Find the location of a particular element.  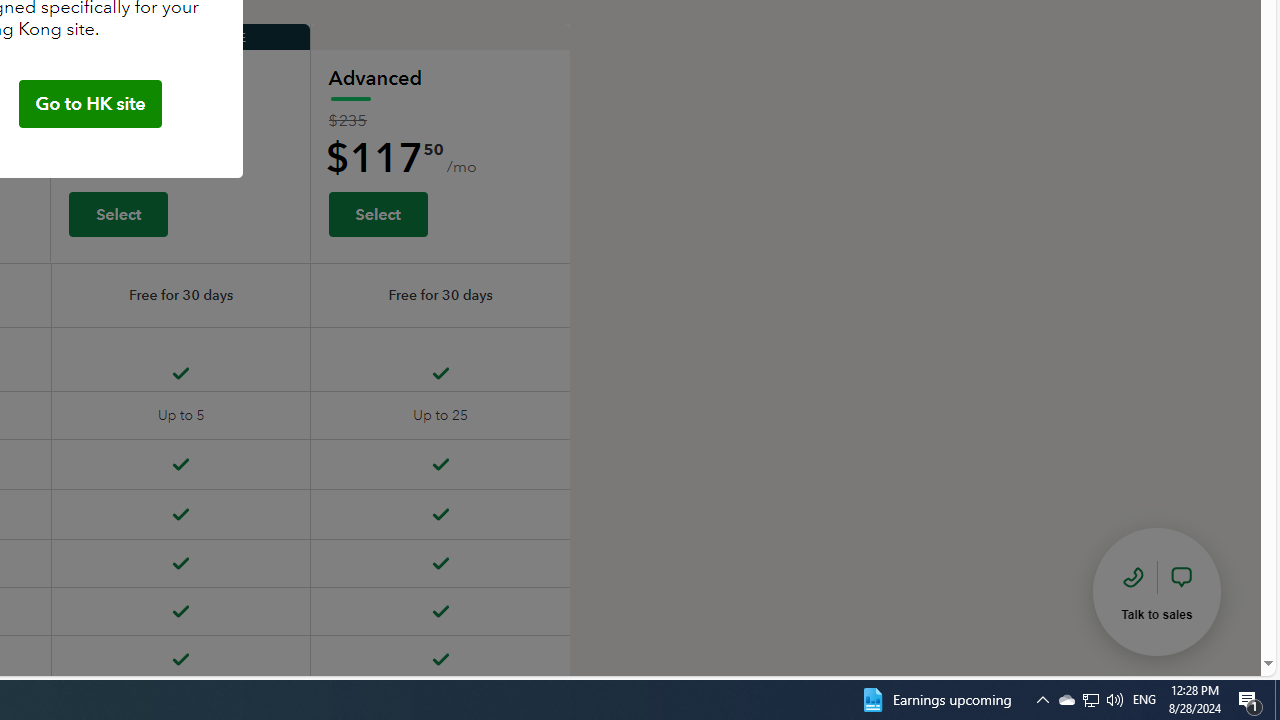

'Select advanced' is located at coordinates (377, 213).